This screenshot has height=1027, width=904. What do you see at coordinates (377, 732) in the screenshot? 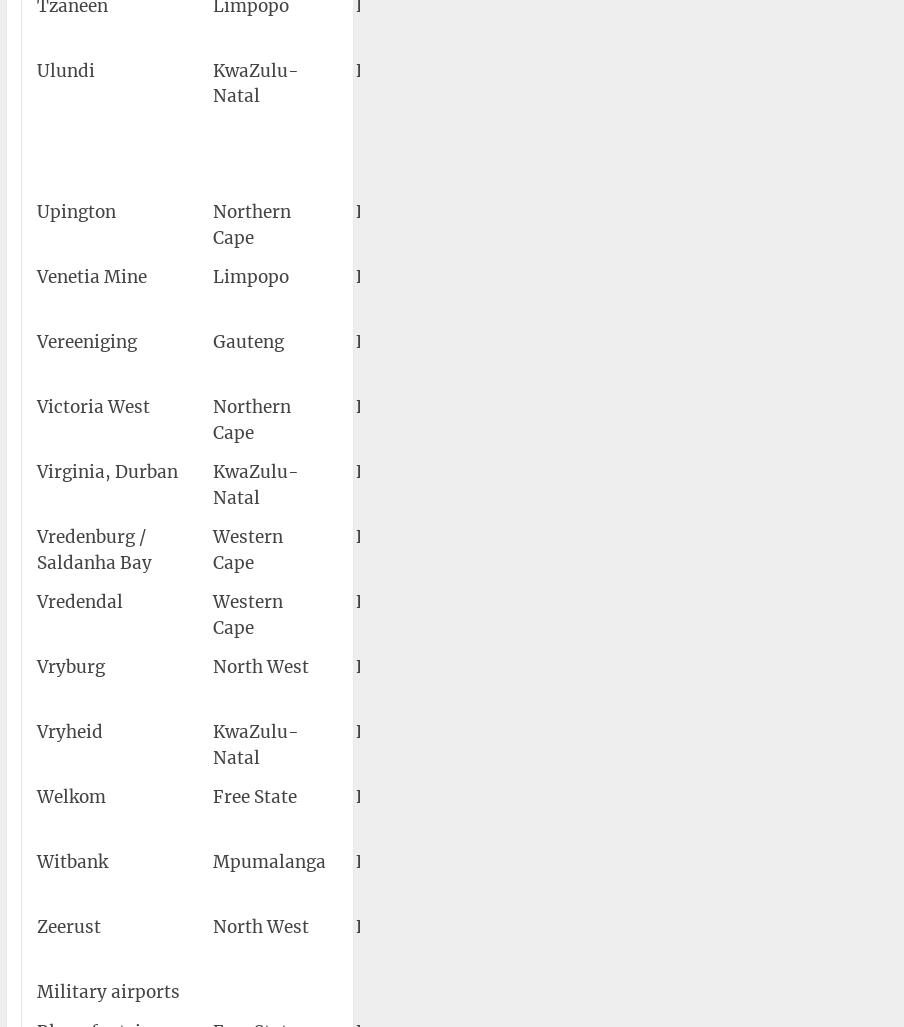
I see `'FAVY'` at bounding box center [377, 732].